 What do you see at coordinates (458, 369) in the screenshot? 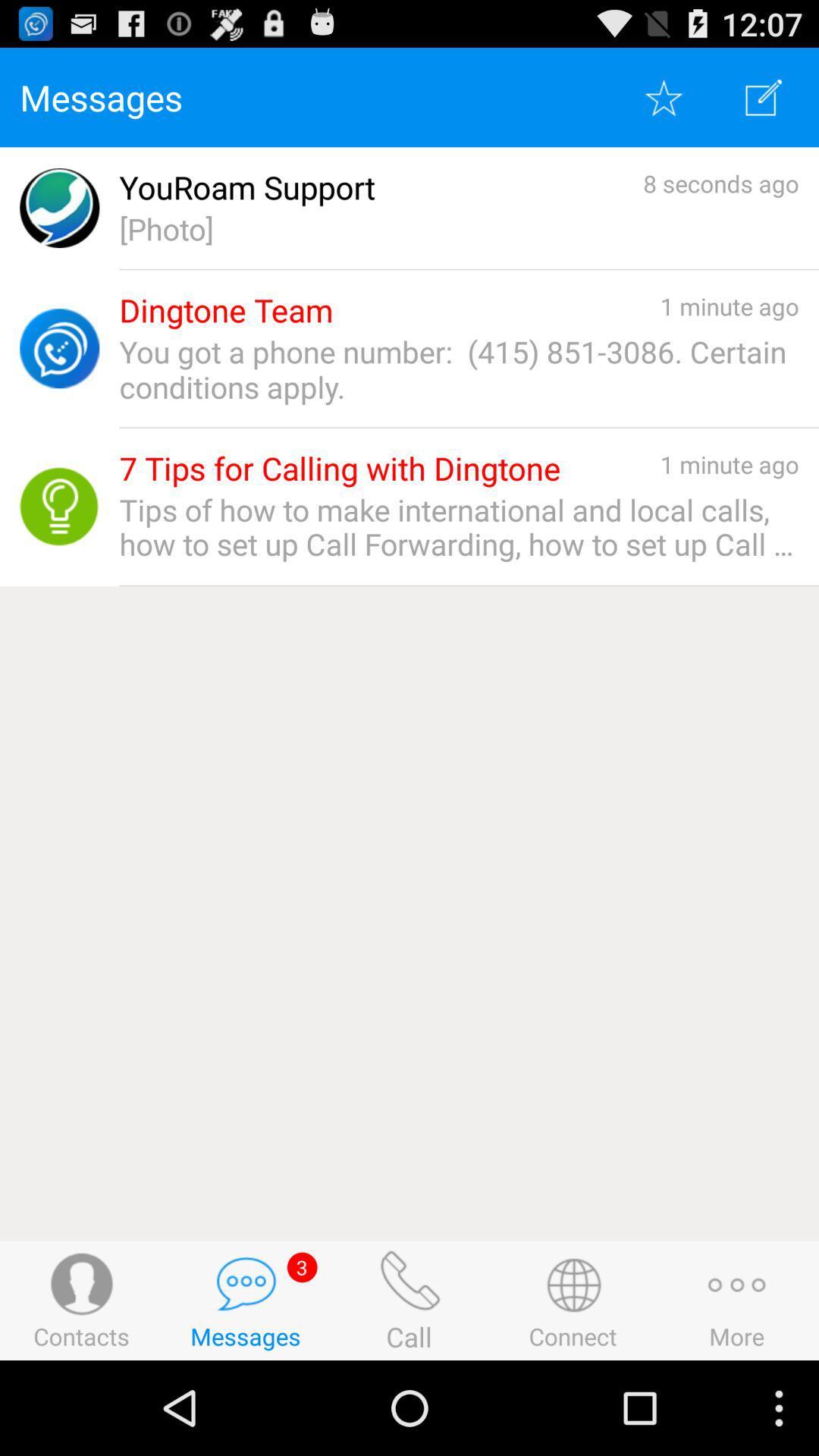
I see `the you got a icon` at bounding box center [458, 369].